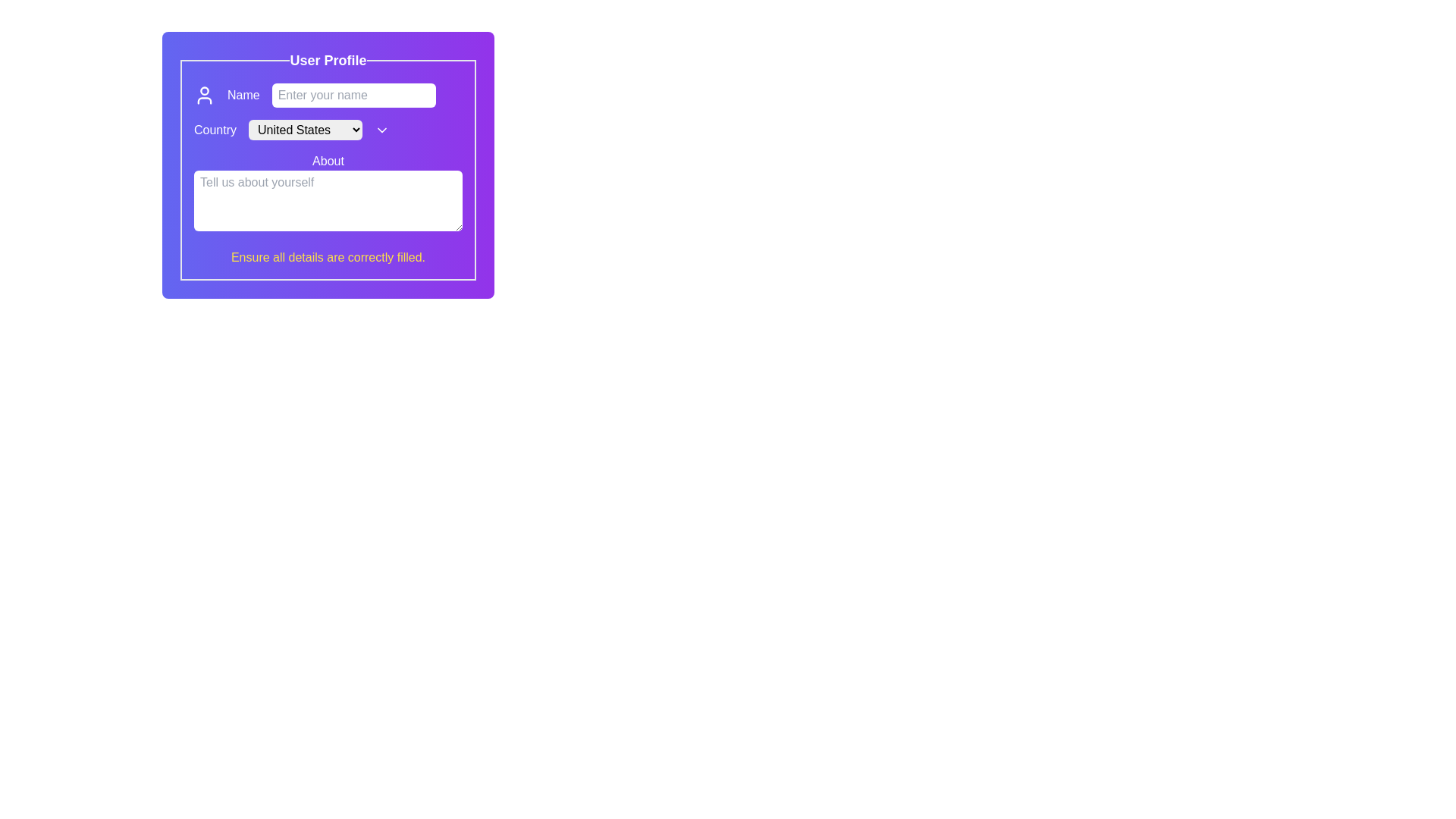  Describe the element at coordinates (214, 129) in the screenshot. I see `the 'Country' label, which displays white text on a purple background and serves as a label for the dropdown menu in the User Profile section` at that location.